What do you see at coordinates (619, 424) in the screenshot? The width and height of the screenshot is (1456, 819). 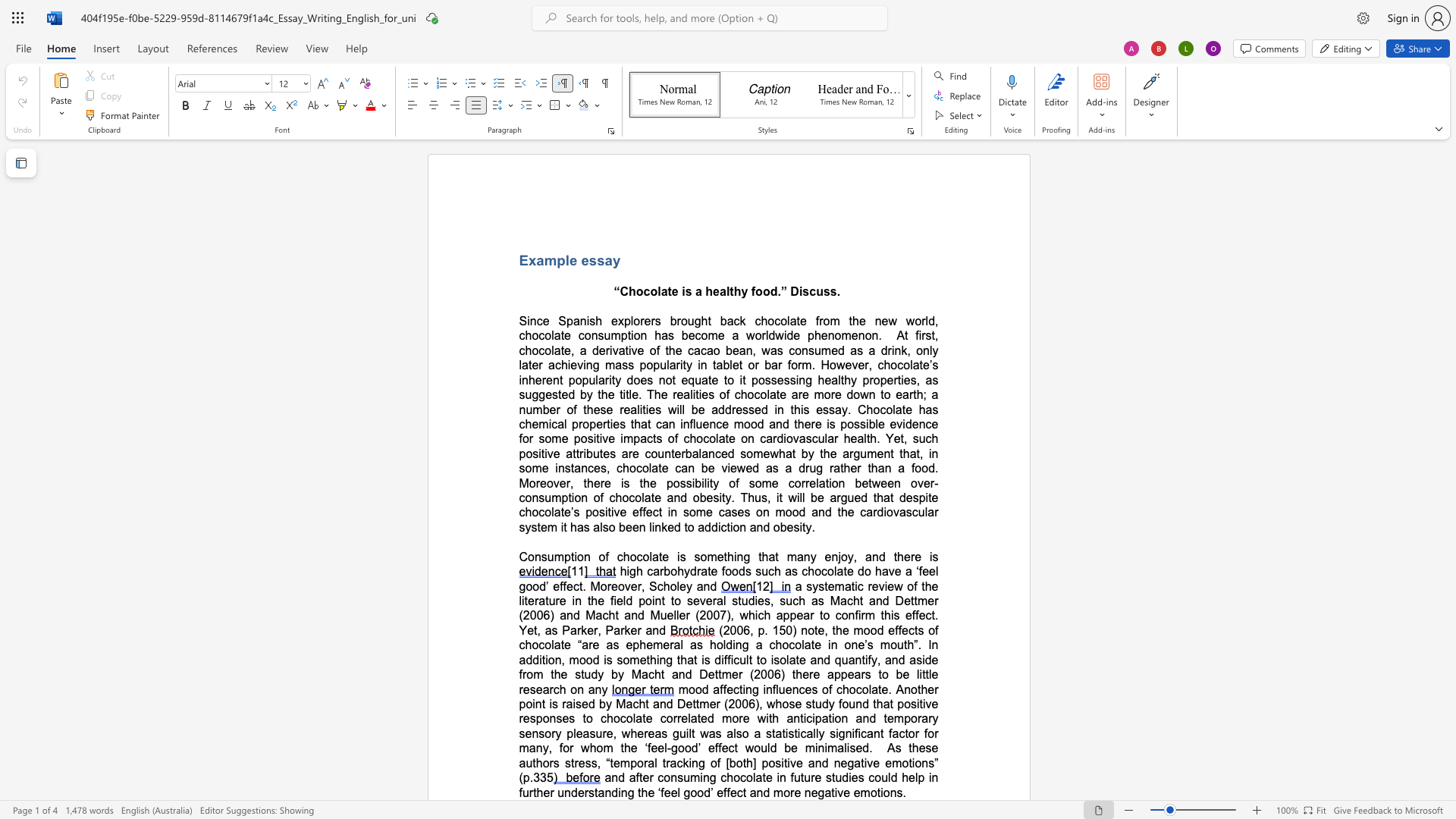 I see `the space between the continuous character "e" and "s" in the text` at bounding box center [619, 424].